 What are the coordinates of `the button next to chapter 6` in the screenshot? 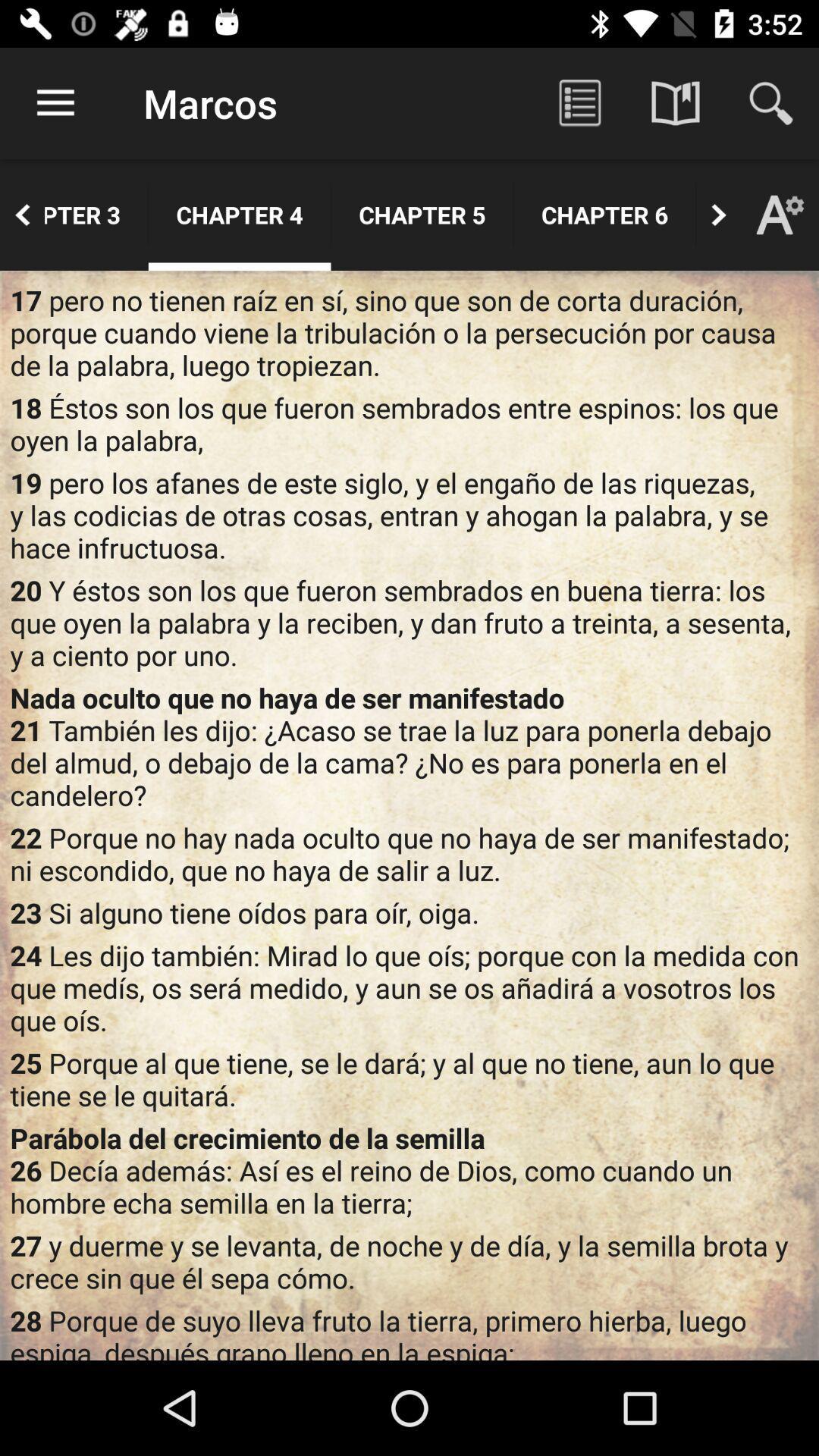 It's located at (718, 214).